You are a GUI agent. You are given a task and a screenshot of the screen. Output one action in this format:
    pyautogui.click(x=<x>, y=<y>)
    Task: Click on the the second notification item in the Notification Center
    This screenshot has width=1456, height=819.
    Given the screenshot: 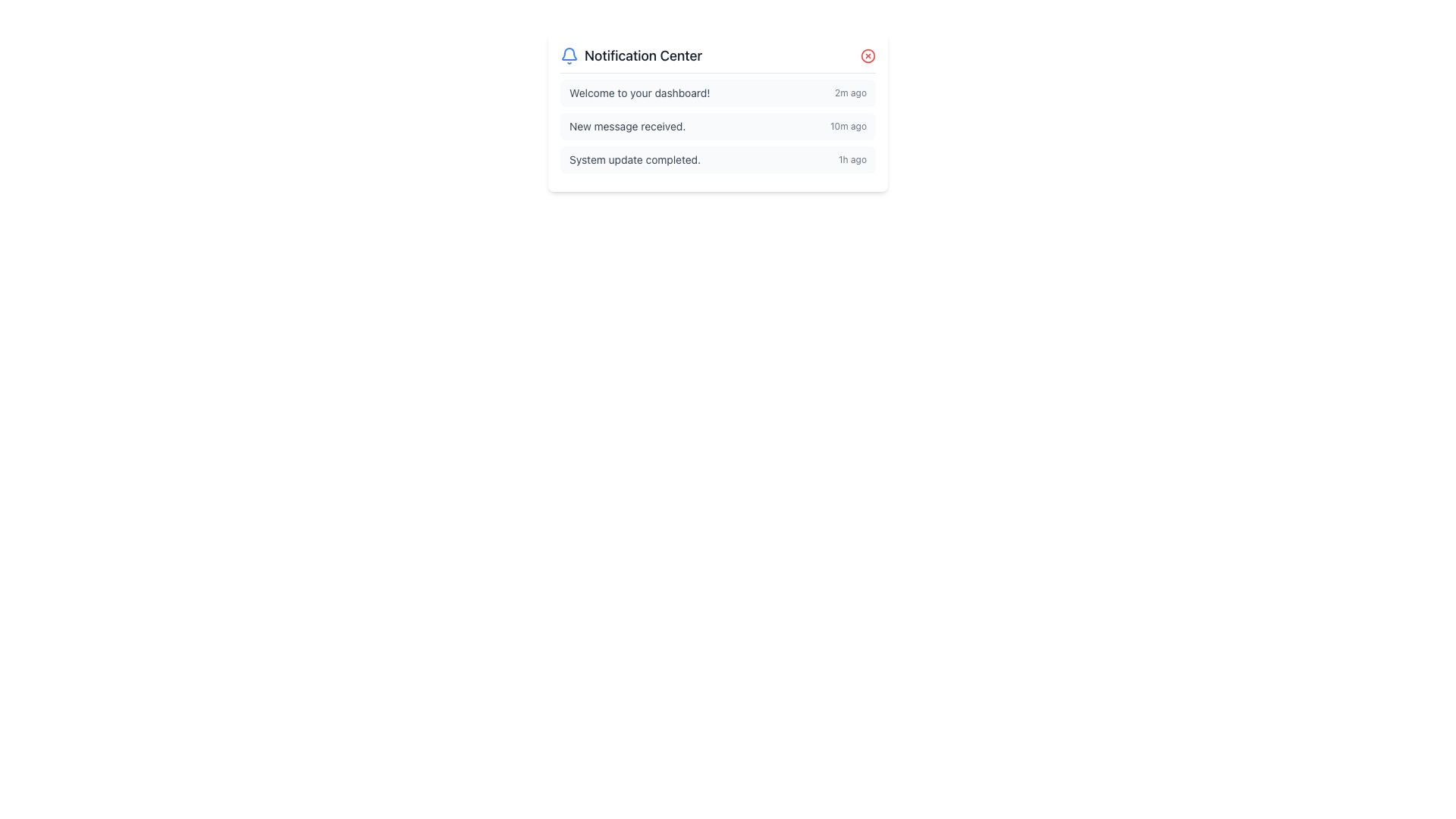 What is the action you would take?
    pyautogui.click(x=717, y=125)
    